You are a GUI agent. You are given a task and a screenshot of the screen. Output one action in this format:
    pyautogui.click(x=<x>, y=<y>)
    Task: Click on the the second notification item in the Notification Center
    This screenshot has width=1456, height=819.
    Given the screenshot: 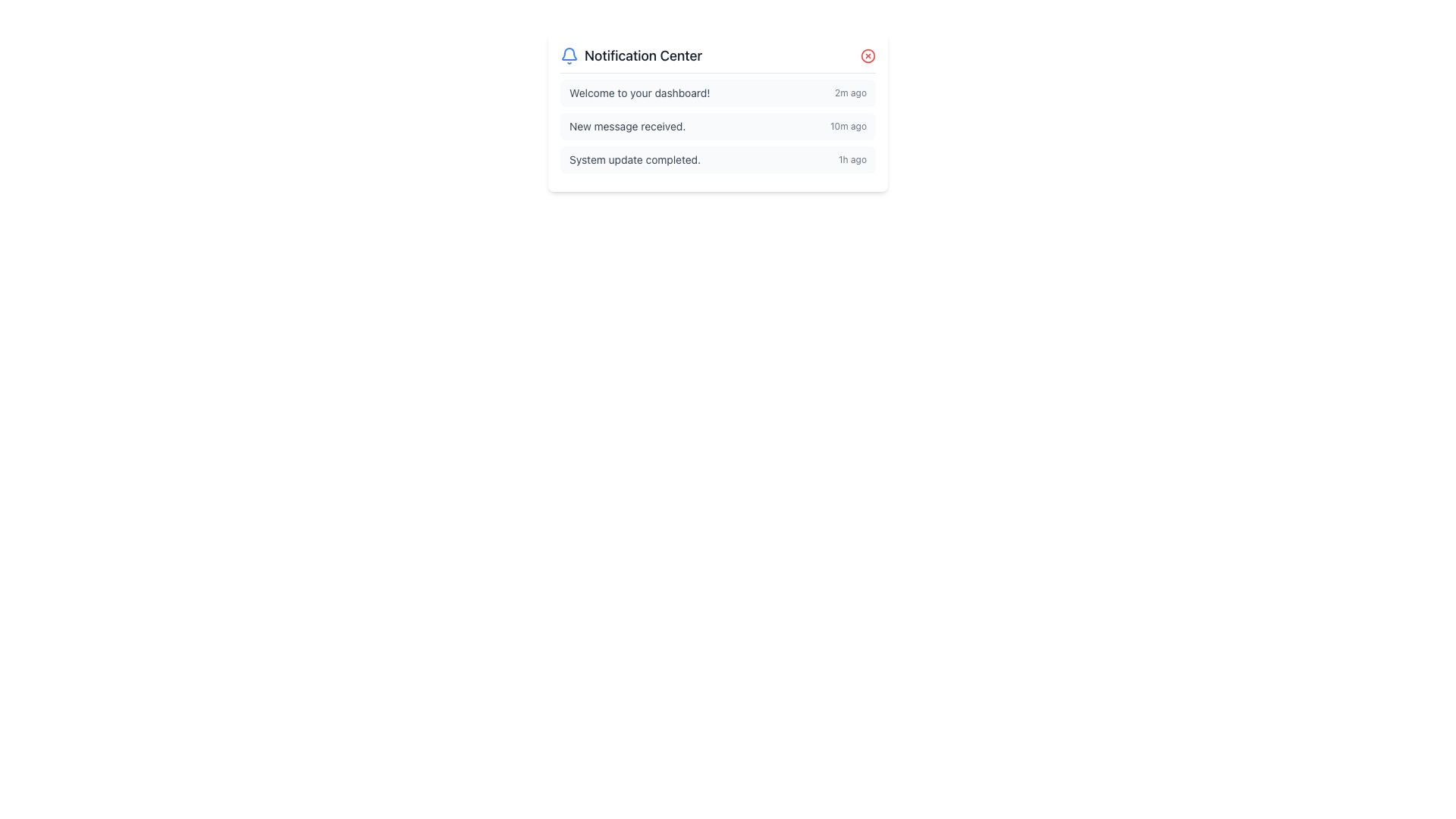 What is the action you would take?
    pyautogui.click(x=717, y=125)
    